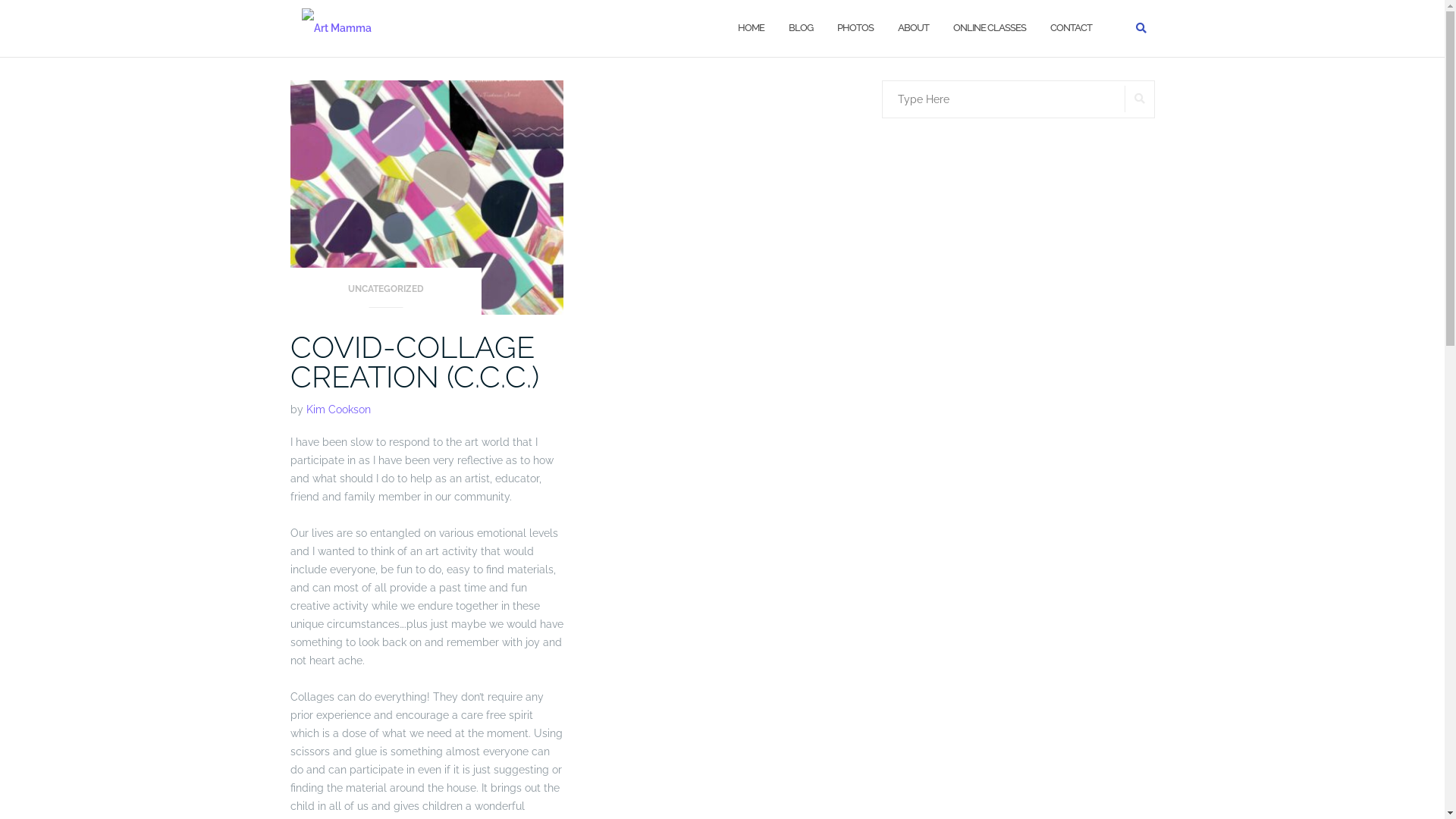 The height and width of the screenshot is (819, 1456). Describe the element at coordinates (750, 28) in the screenshot. I see `'HOME'` at that location.